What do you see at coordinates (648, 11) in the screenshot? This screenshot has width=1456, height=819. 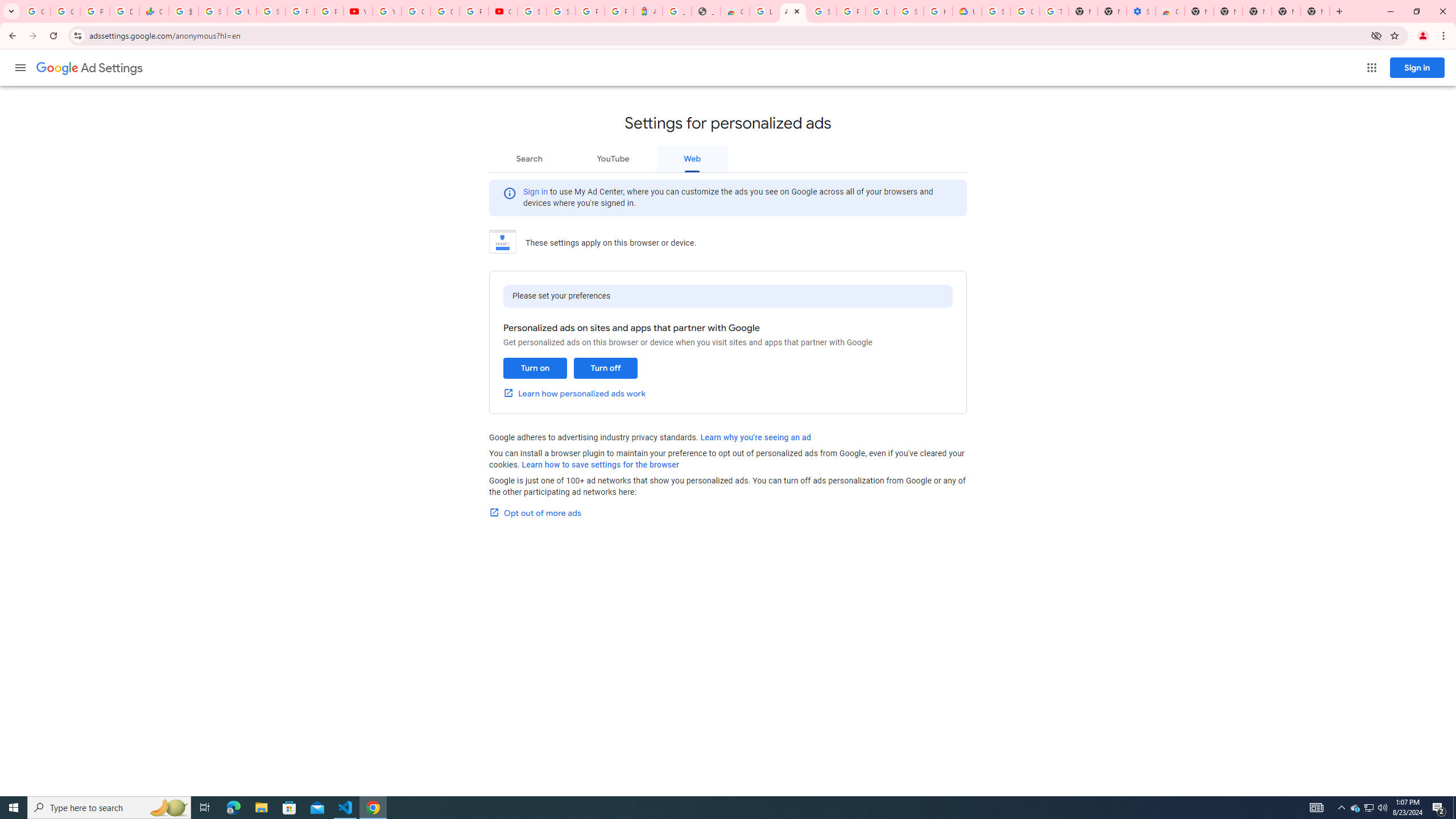 I see `'Atour Hotel - Google hotels'` at bounding box center [648, 11].